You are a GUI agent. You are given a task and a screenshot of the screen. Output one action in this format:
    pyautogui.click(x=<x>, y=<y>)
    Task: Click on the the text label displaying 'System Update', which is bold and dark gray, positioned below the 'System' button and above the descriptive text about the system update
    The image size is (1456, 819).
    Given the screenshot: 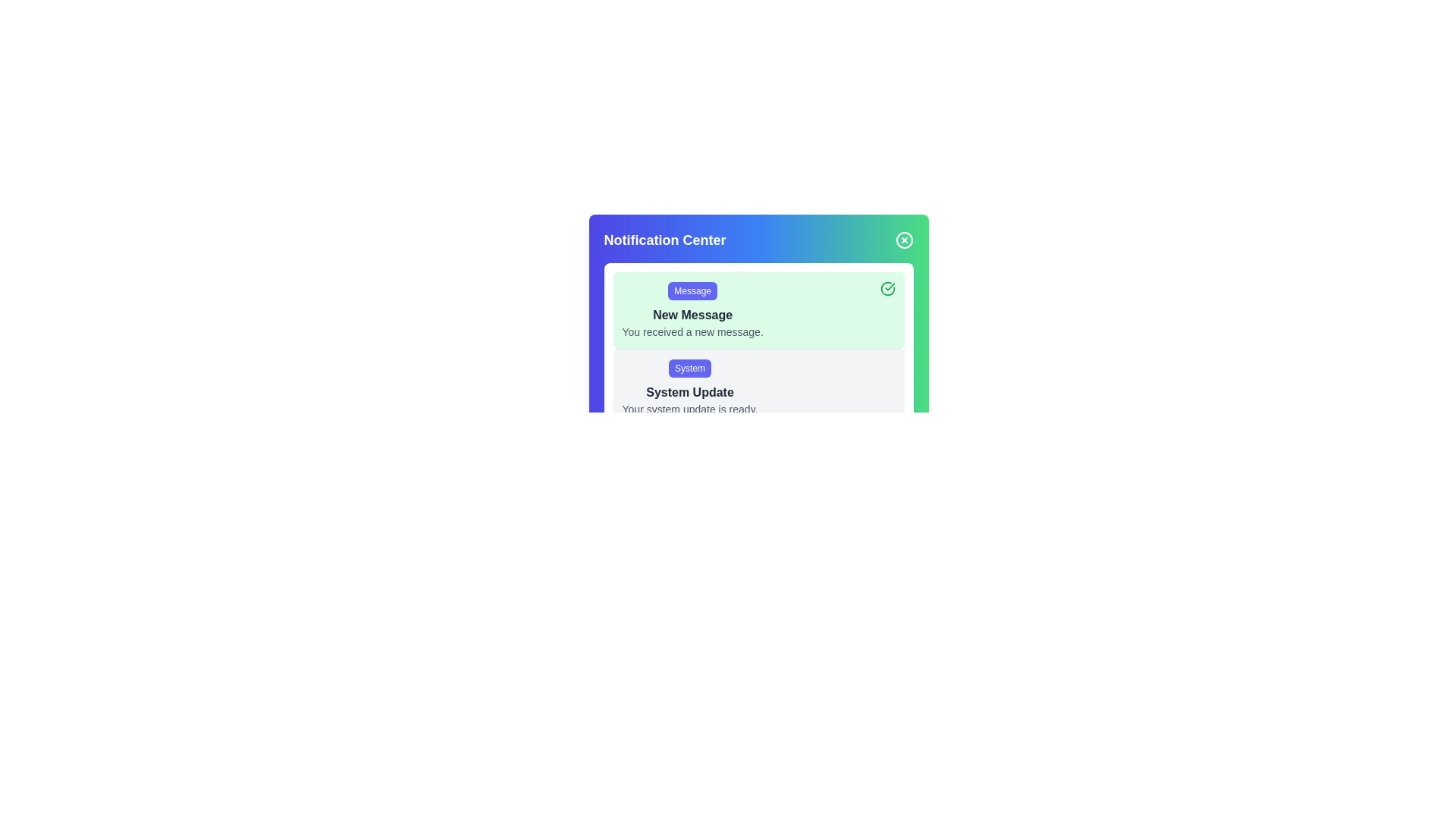 What is the action you would take?
    pyautogui.click(x=689, y=391)
    